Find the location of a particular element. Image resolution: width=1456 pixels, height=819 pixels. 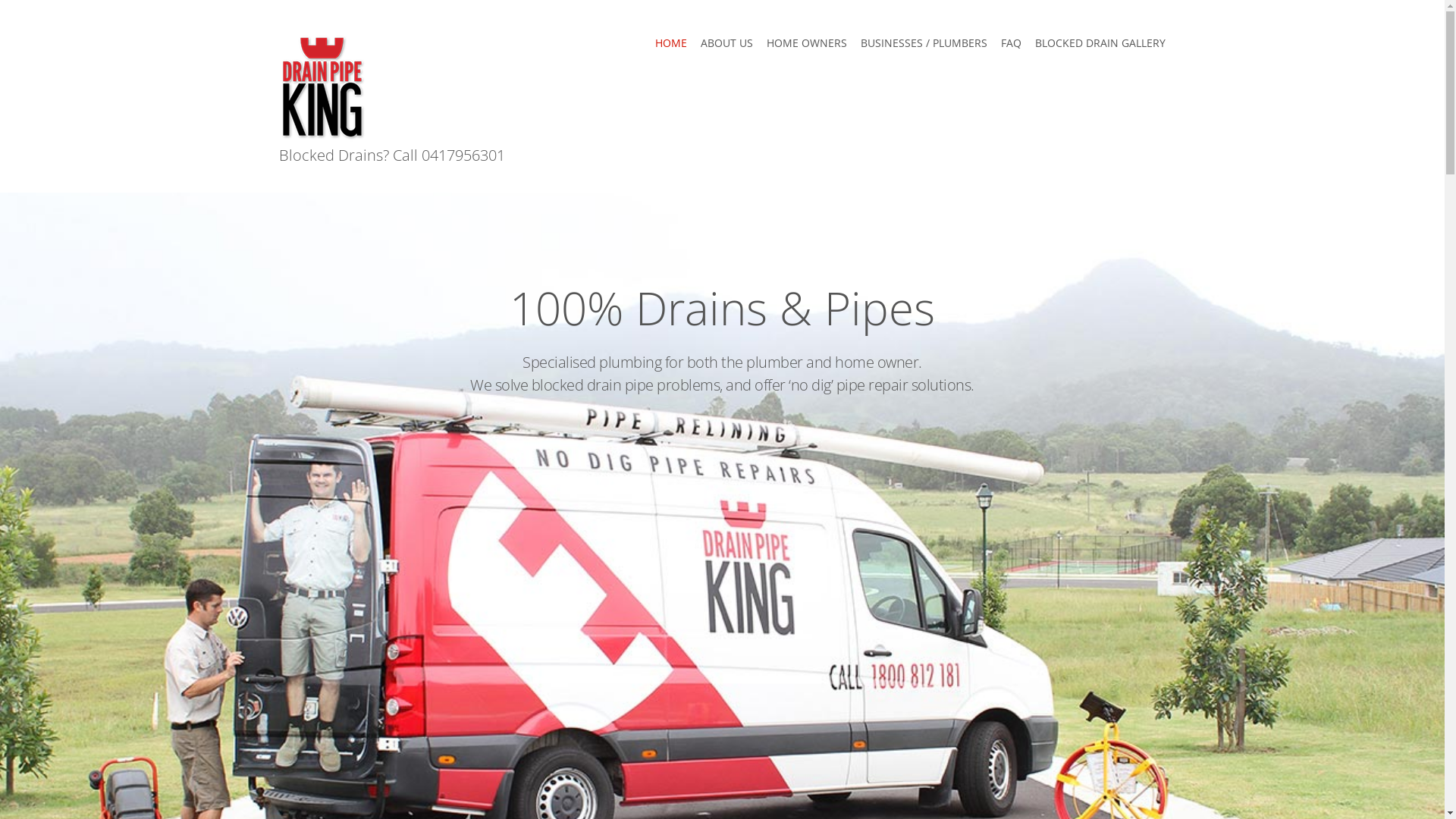

'FAQ' is located at coordinates (1011, 42).